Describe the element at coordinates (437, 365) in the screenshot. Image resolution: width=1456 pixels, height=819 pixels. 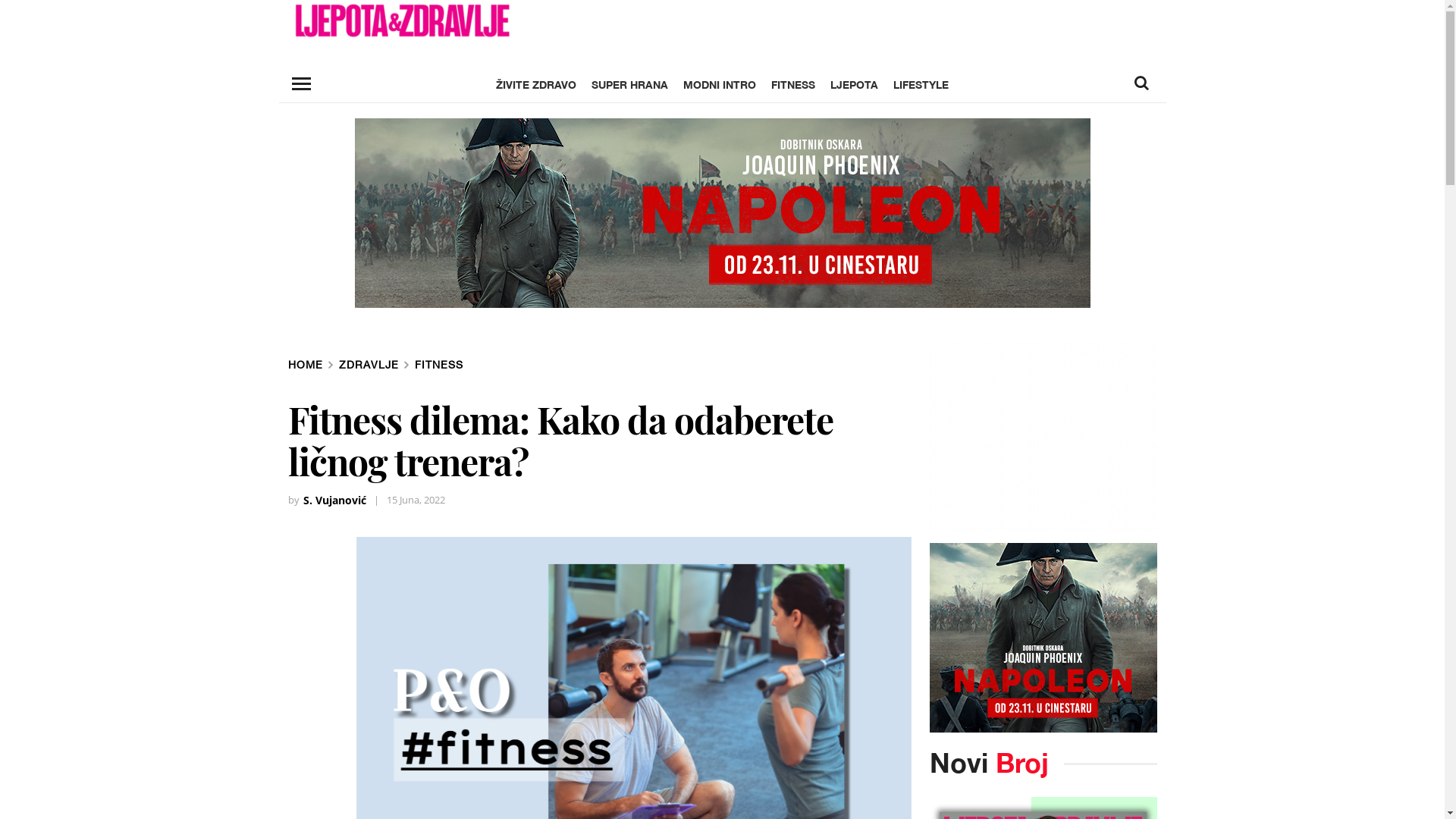
I see `'FITNESS'` at that location.